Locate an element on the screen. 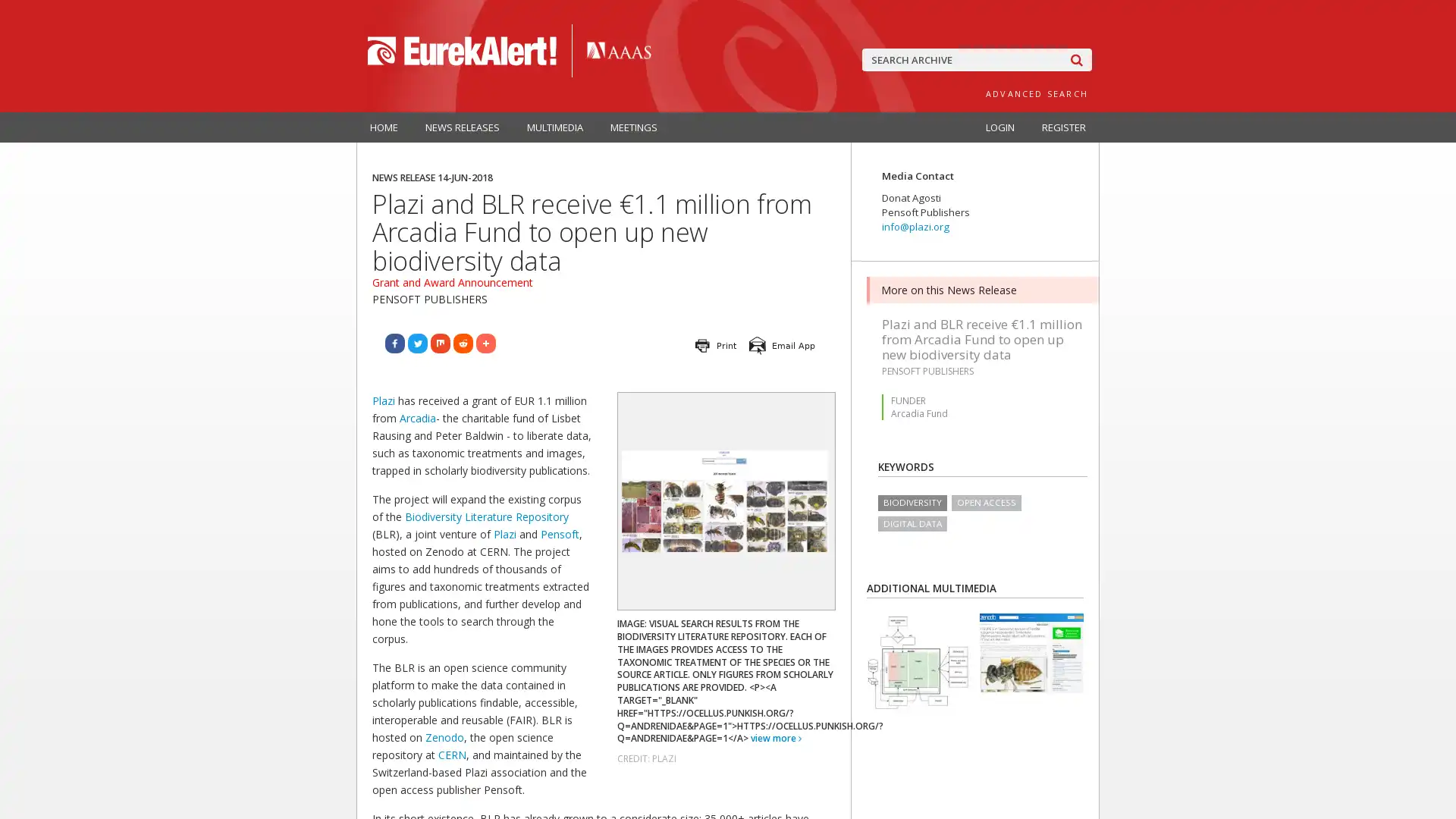  Share to Reddit is located at coordinates (462, 343).